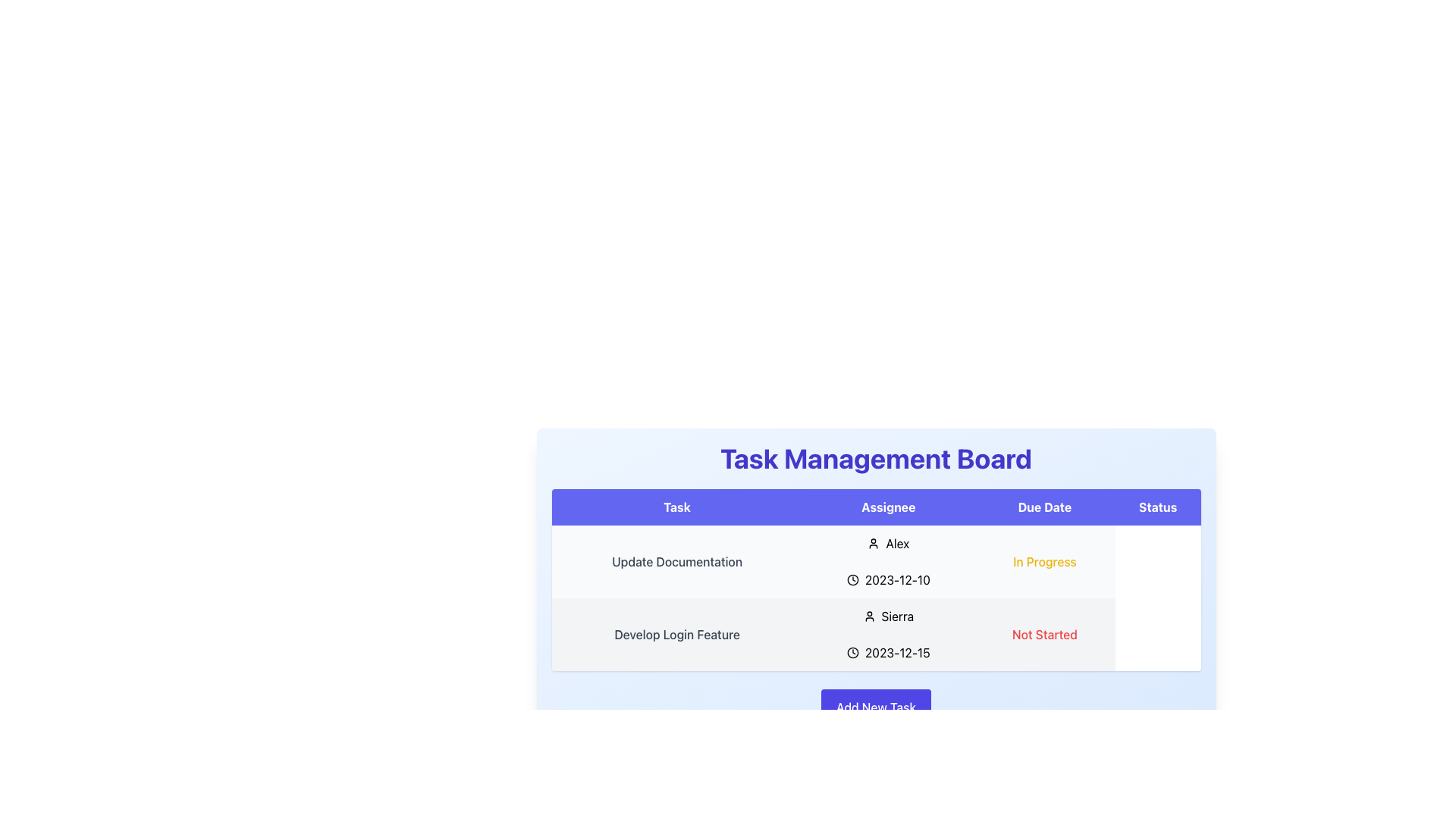 This screenshot has width=1456, height=819. Describe the element at coordinates (852, 651) in the screenshot. I see `the clock icon in the 'Due Date' column that indicates the due date for the task on the management board` at that location.